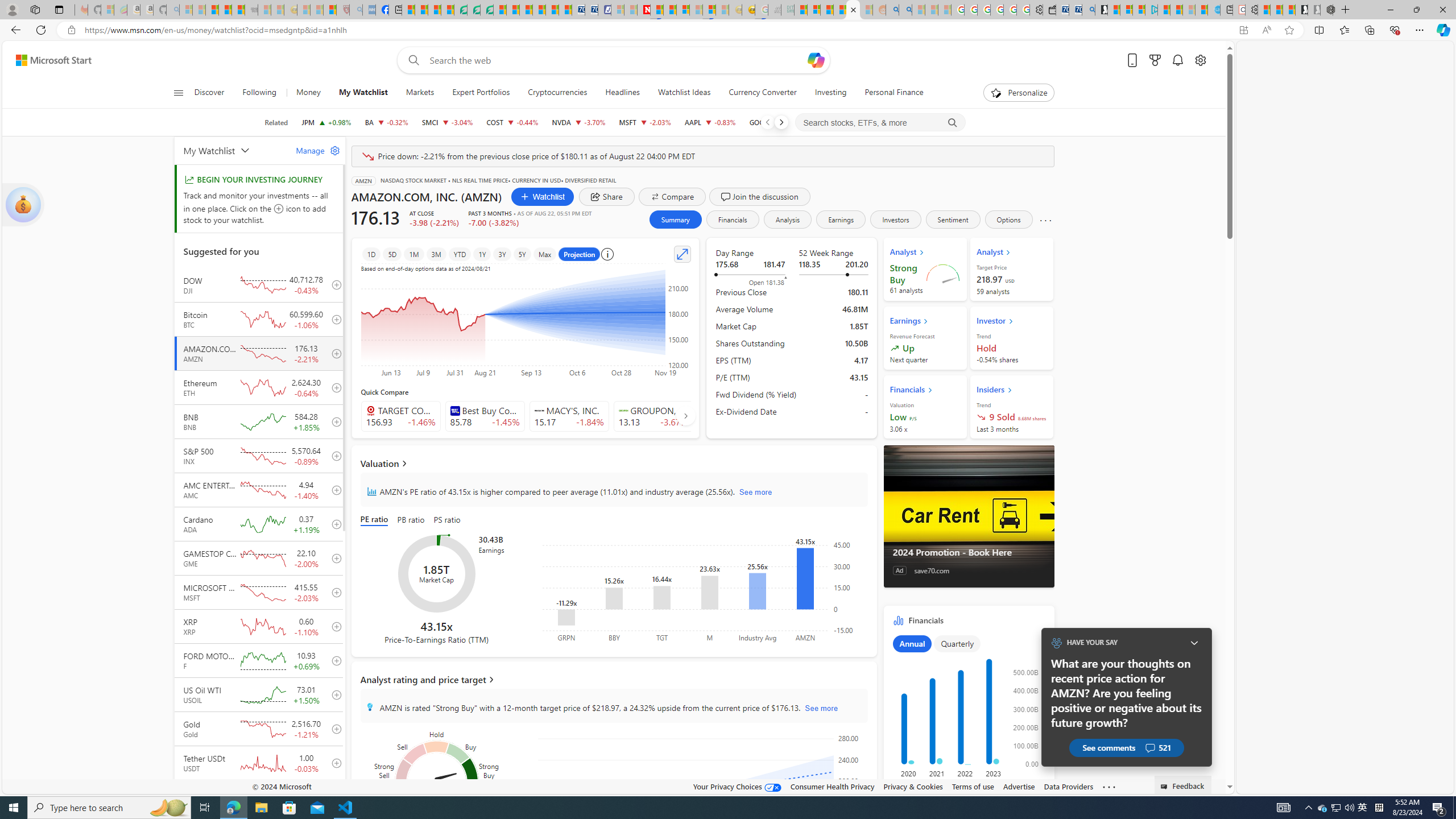  Describe the element at coordinates (893, 92) in the screenshot. I see `'Personal Finance'` at that location.